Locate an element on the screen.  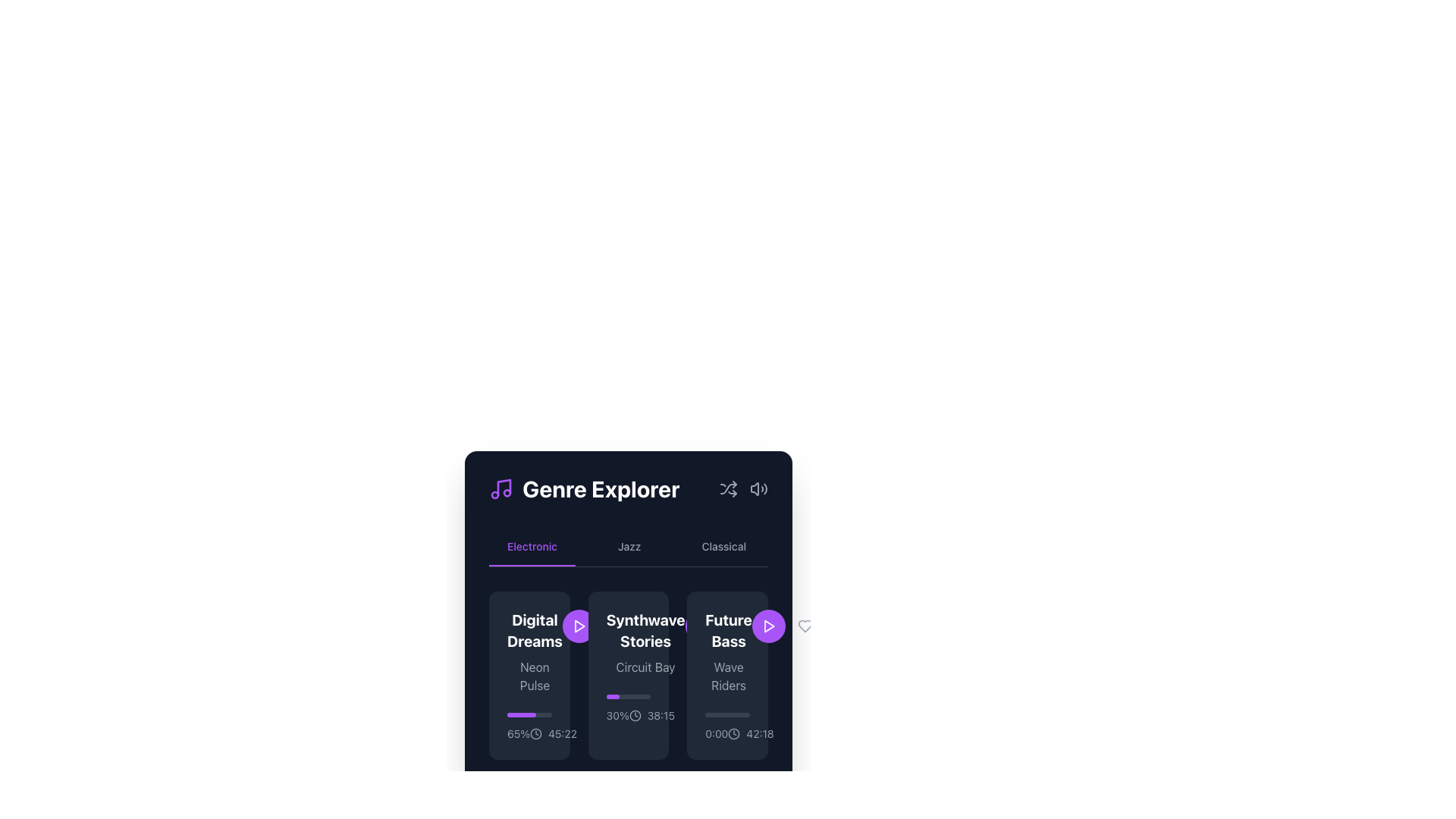
the SVG circle element styled as a clock face located in the top-right corner of the 'Genre Explorer' section by moving to its center point is located at coordinates (734, 733).